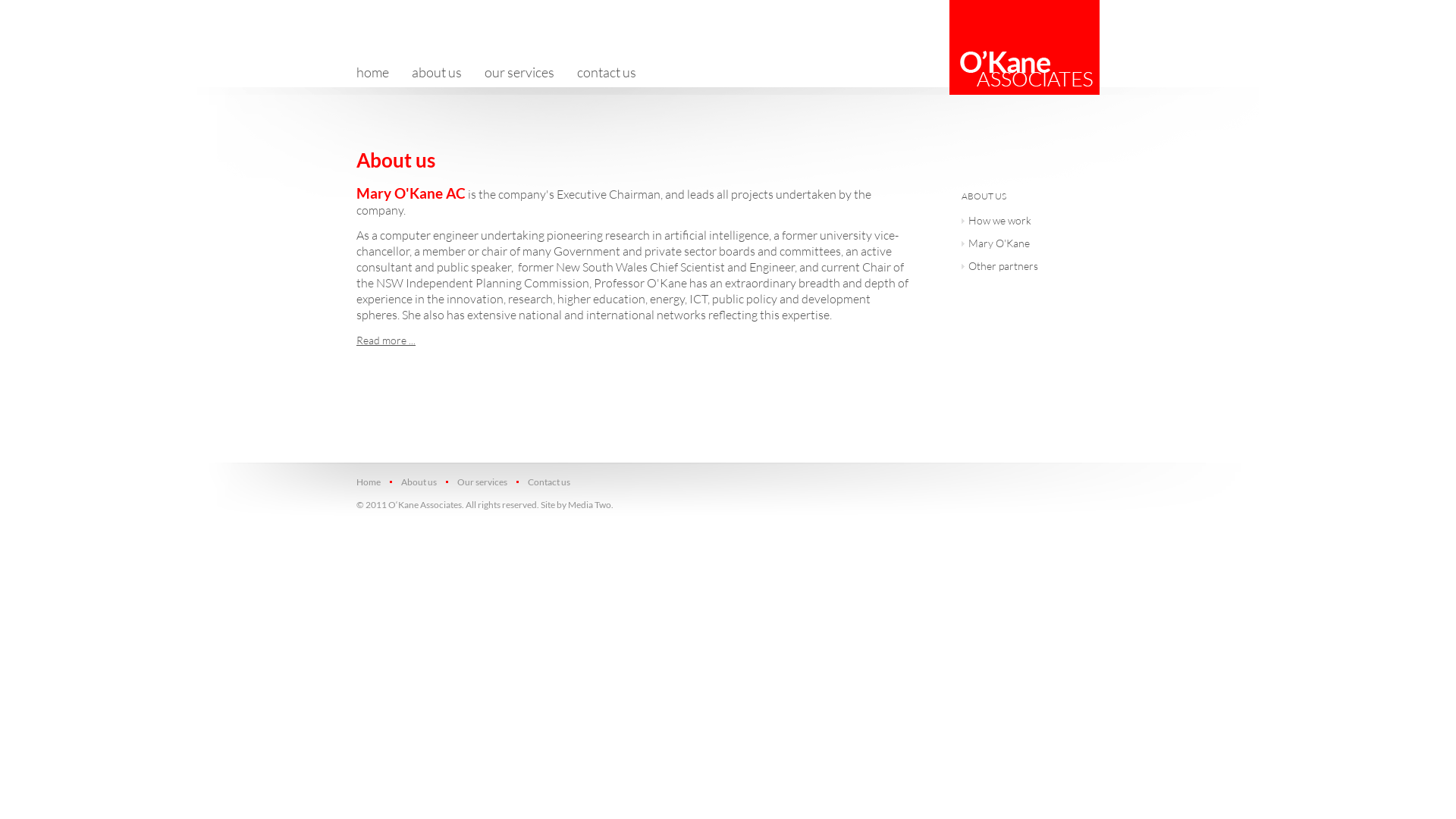  Describe the element at coordinates (1024, 222) in the screenshot. I see `'How we work'` at that location.